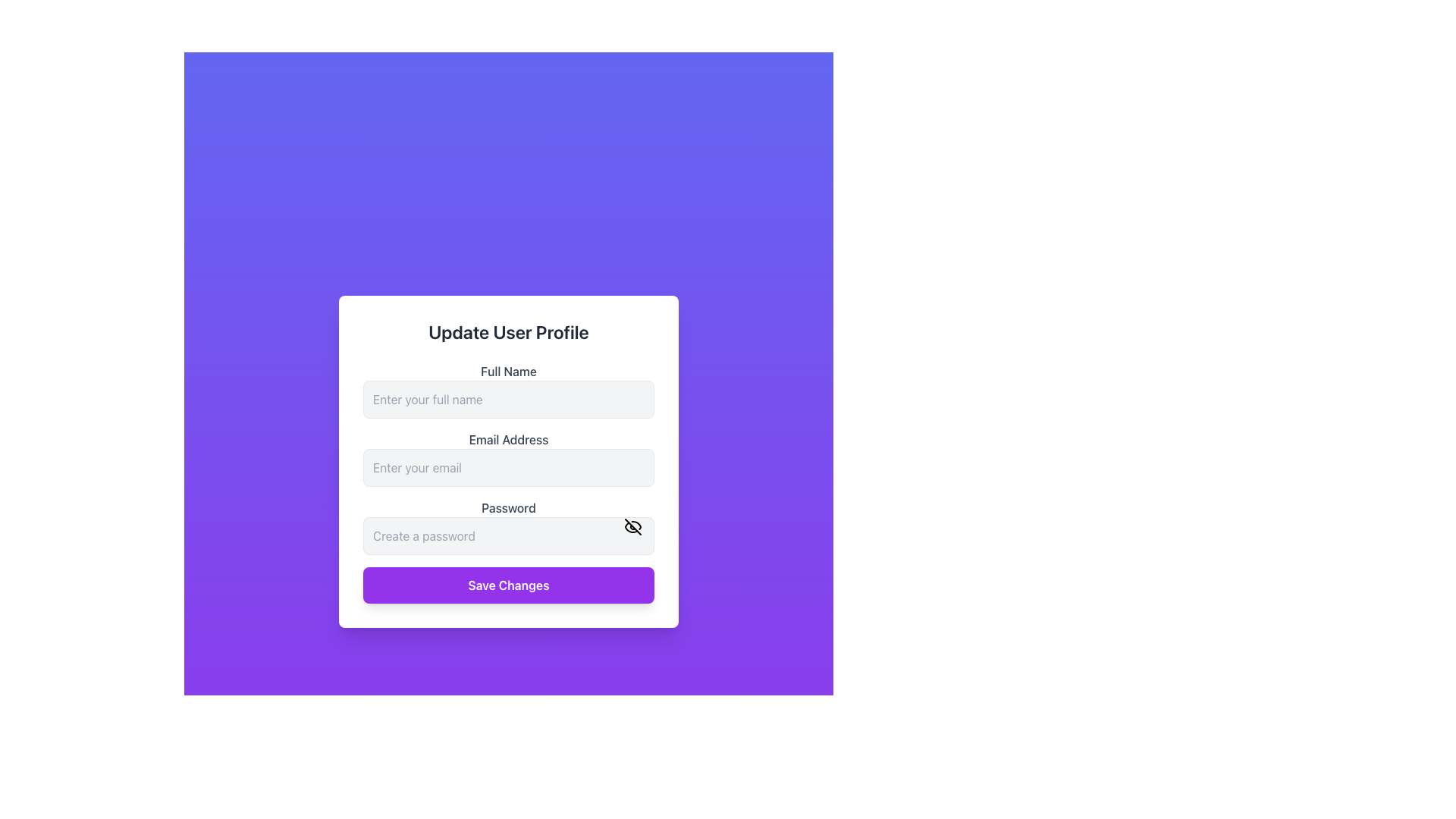  I want to click on the 'Save Changes' button, which is a vibrant purple button with white text, located at the bottom of the form, so click(509, 584).